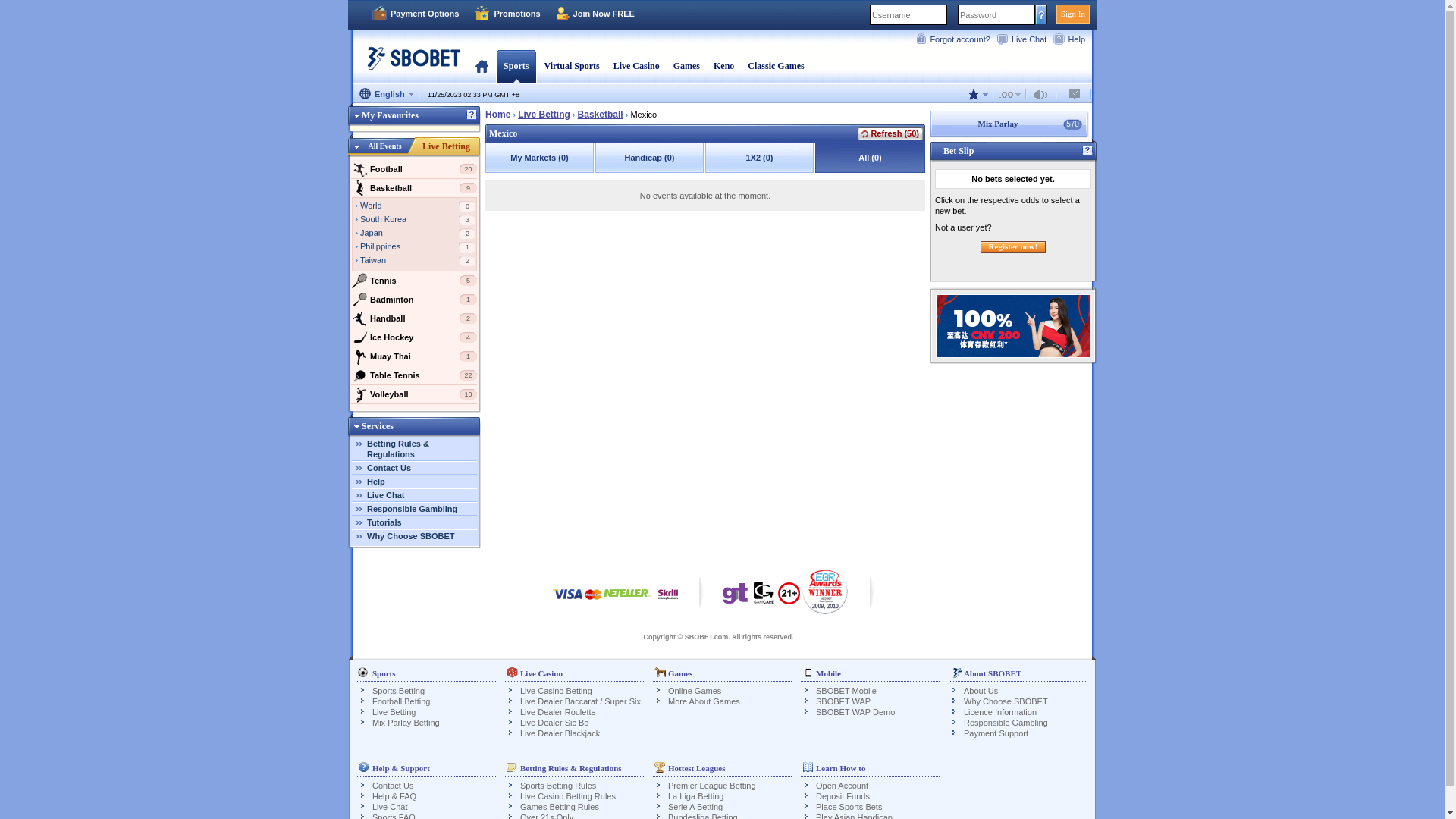 The width and height of the screenshot is (1456, 819). I want to click on 'Serie A Betting', so click(694, 806).